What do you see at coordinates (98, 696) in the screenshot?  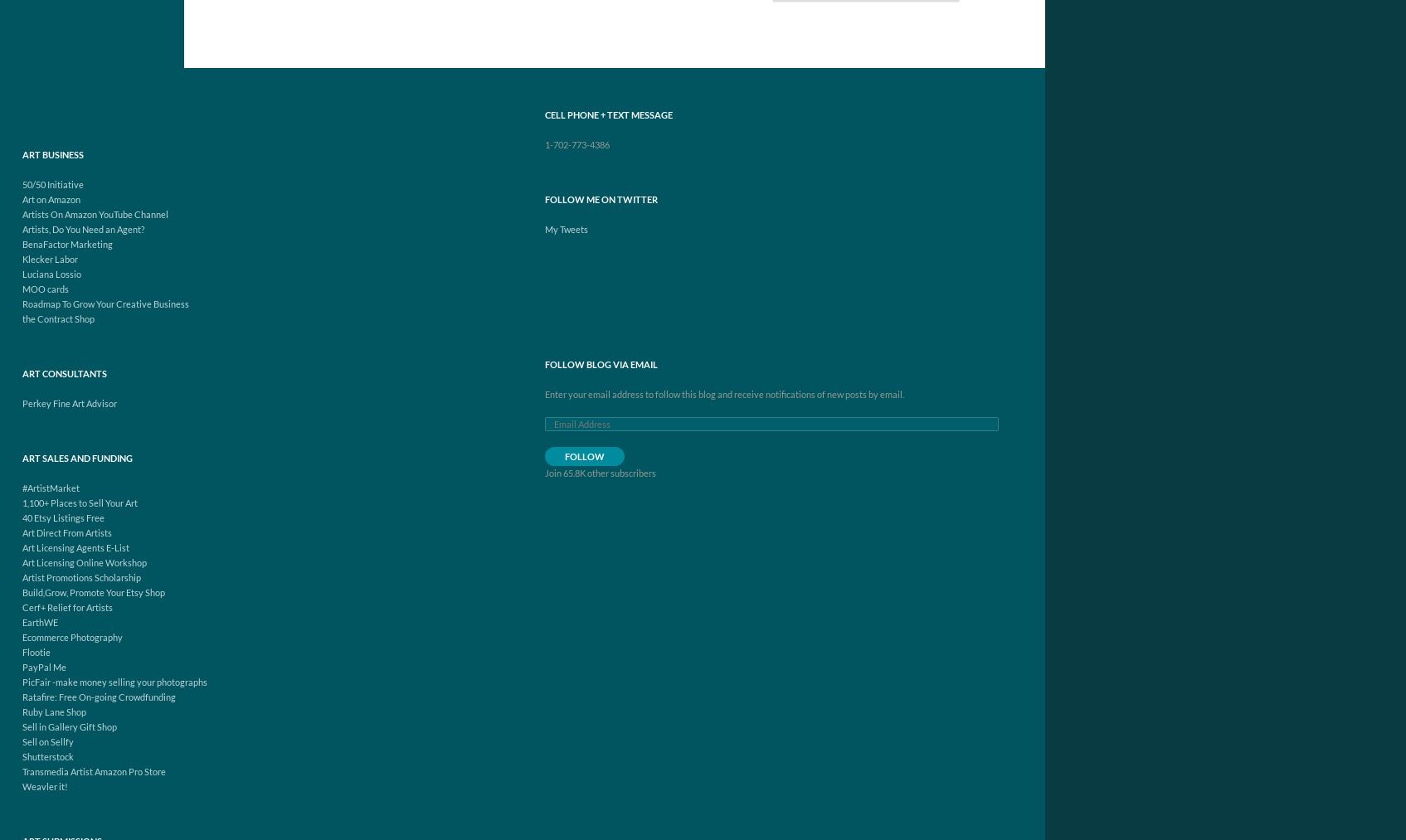 I see `'Ratafire: Free On-going Crowdfunding'` at bounding box center [98, 696].